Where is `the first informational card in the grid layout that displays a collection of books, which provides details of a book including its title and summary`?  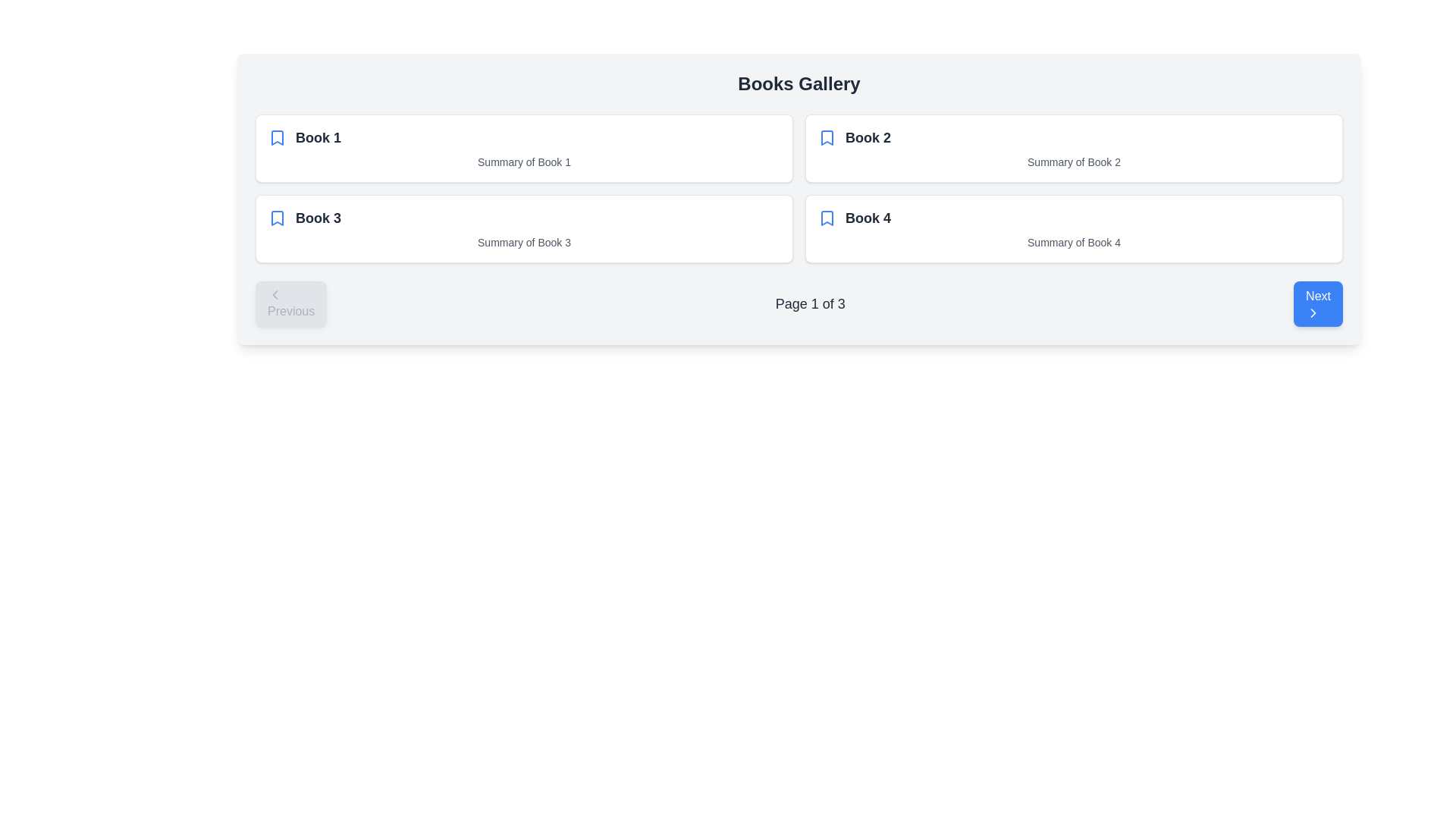 the first informational card in the grid layout that displays a collection of books, which provides details of a book including its title and summary is located at coordinates (524, 149).